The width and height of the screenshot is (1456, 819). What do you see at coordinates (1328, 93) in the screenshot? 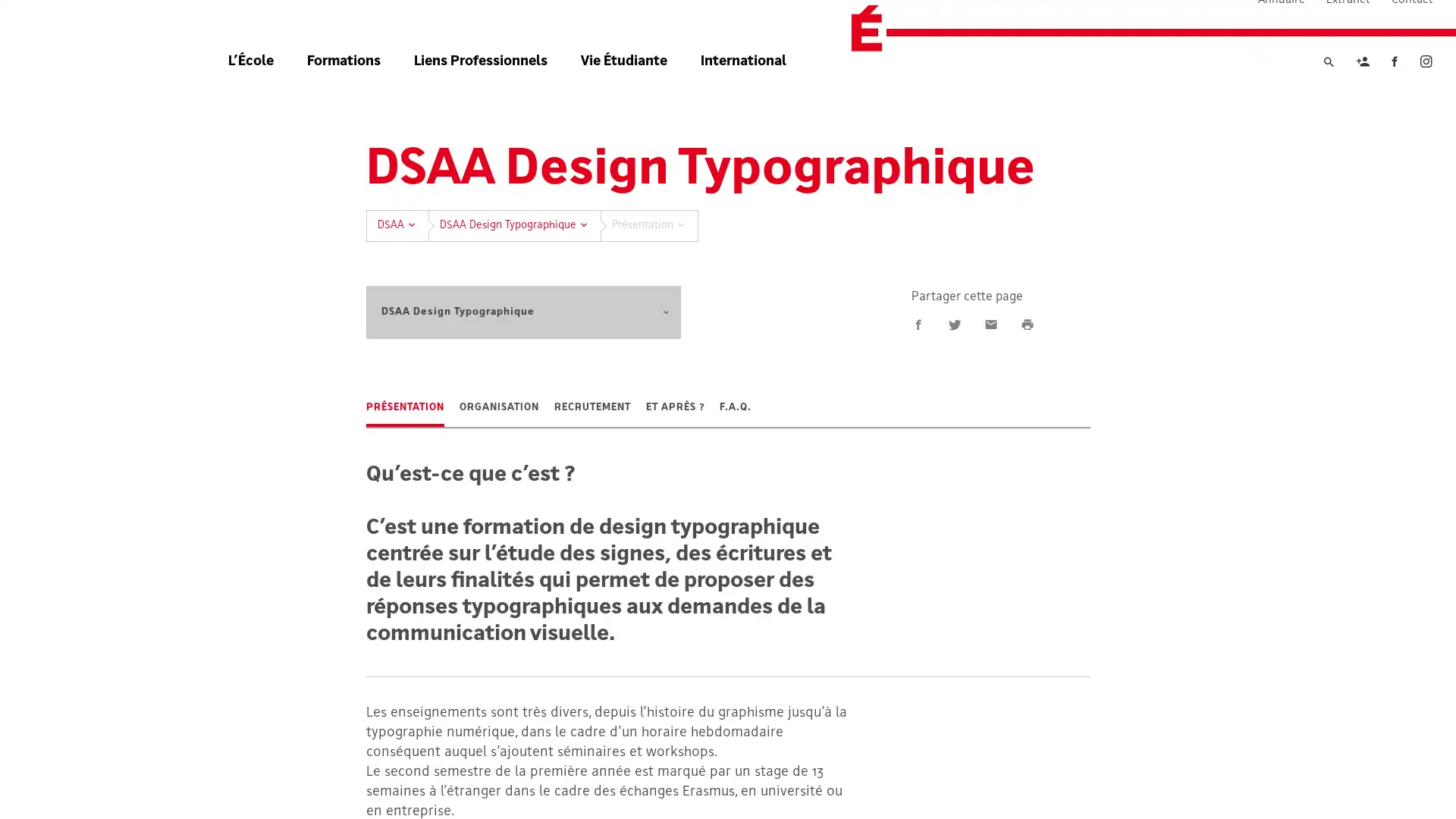
I see `Rechercher` at bounding box center [1328, 93].